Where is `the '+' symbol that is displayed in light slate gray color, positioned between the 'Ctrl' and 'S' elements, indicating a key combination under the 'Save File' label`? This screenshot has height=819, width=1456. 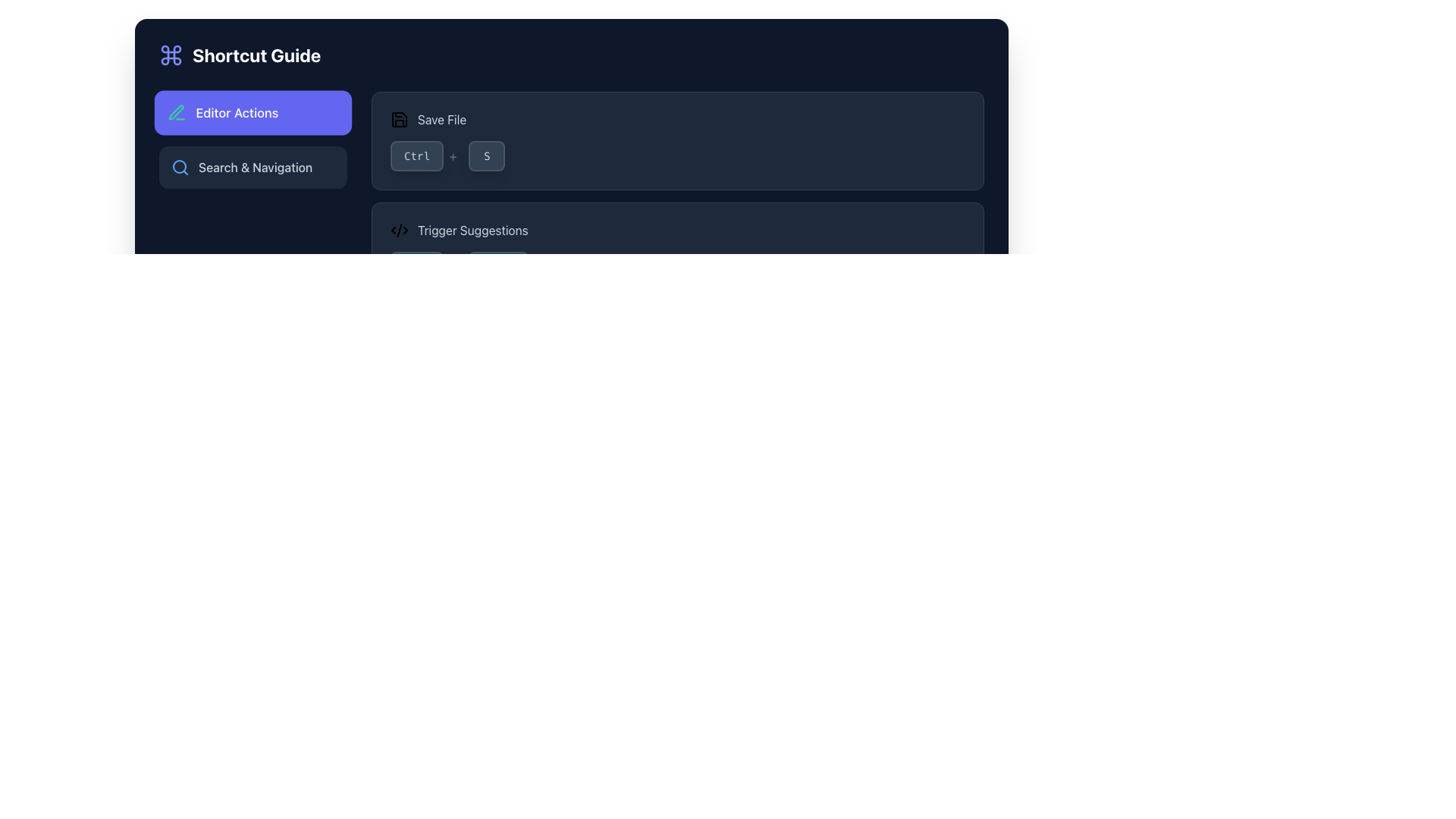
the '+' symbol that is displayed in light slate gray color, positioned between the 'Ctrl' and 'S' elements, indicating a key combination under the 'Save File' label is located at coordinates (452, 155).